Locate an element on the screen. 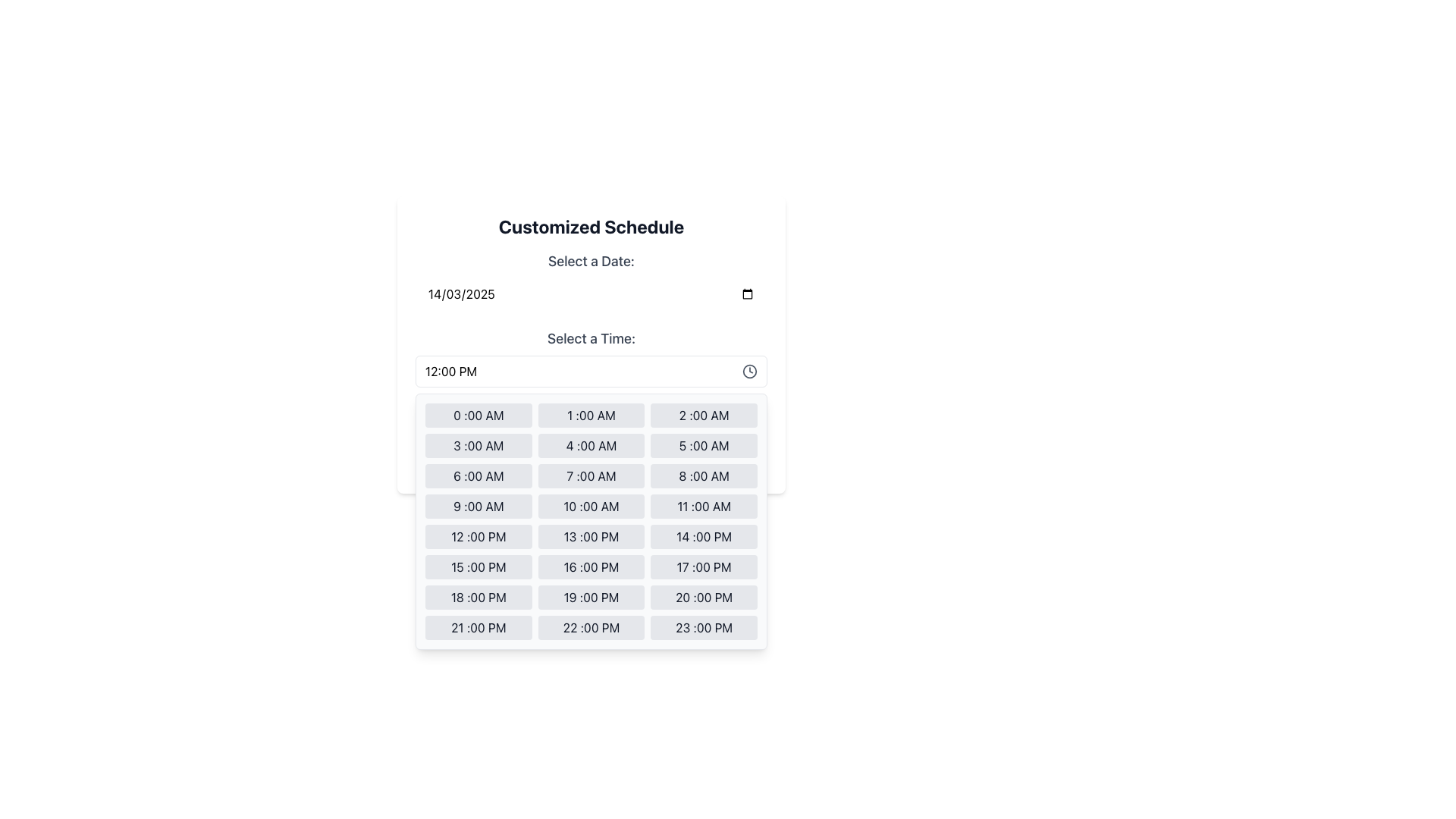 The image size is (1456, 819). largest circular component of the clock icon, which serves as the outline of the clock's face, for debugging by clicking on its center is located at coordinates (749, 371).